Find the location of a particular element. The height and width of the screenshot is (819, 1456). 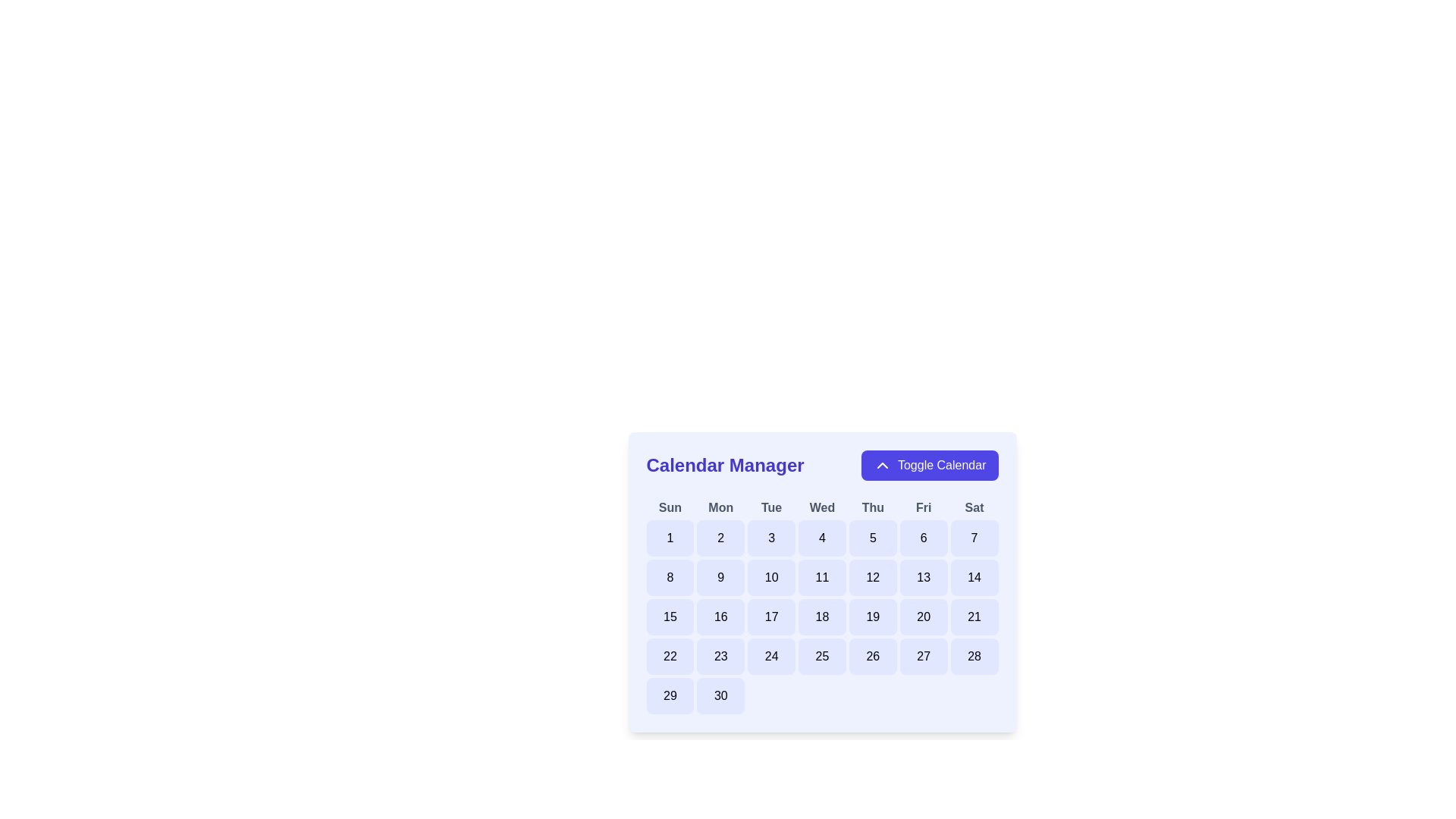

the button representing the date '11' in the calendar grid under the 'Wed' column is located at coordinates (821, 578).